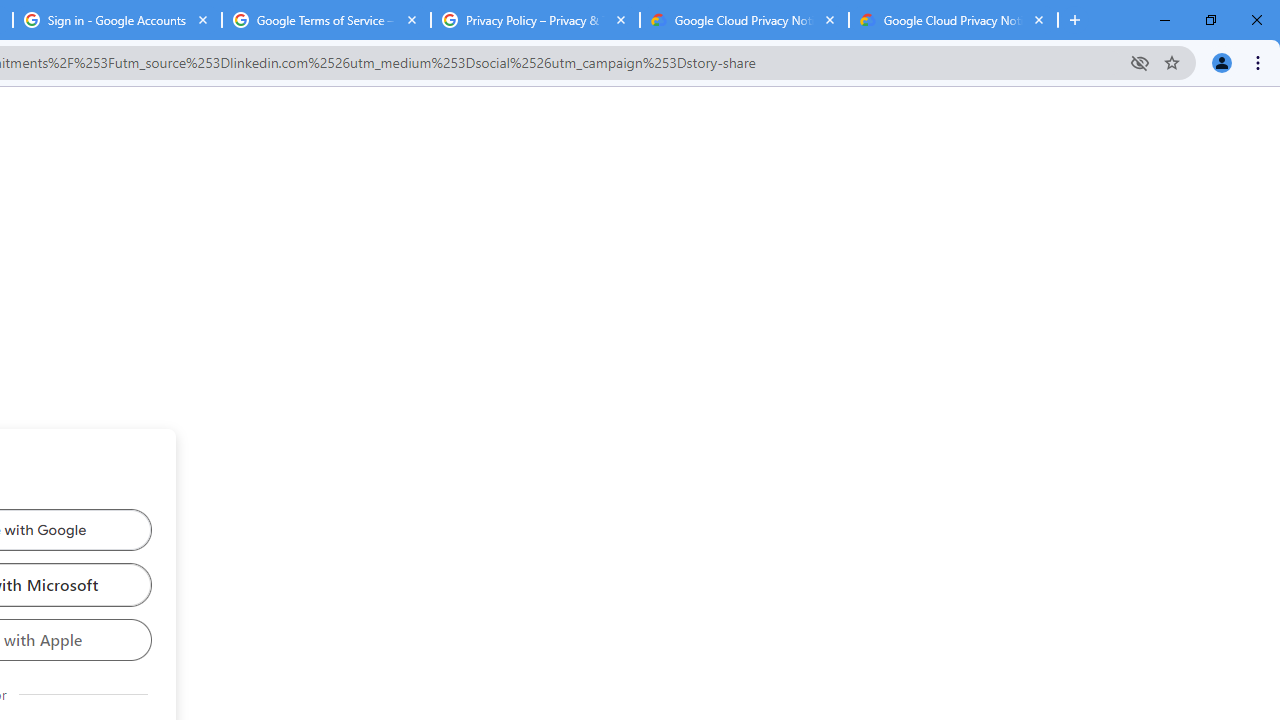 The width and height of the screenshot is (1280, 720). What do you see at coordinates (116, 20) in the screenshot?
I see `'Sign in - Google Accounts'` at bounding box center [116, 20].